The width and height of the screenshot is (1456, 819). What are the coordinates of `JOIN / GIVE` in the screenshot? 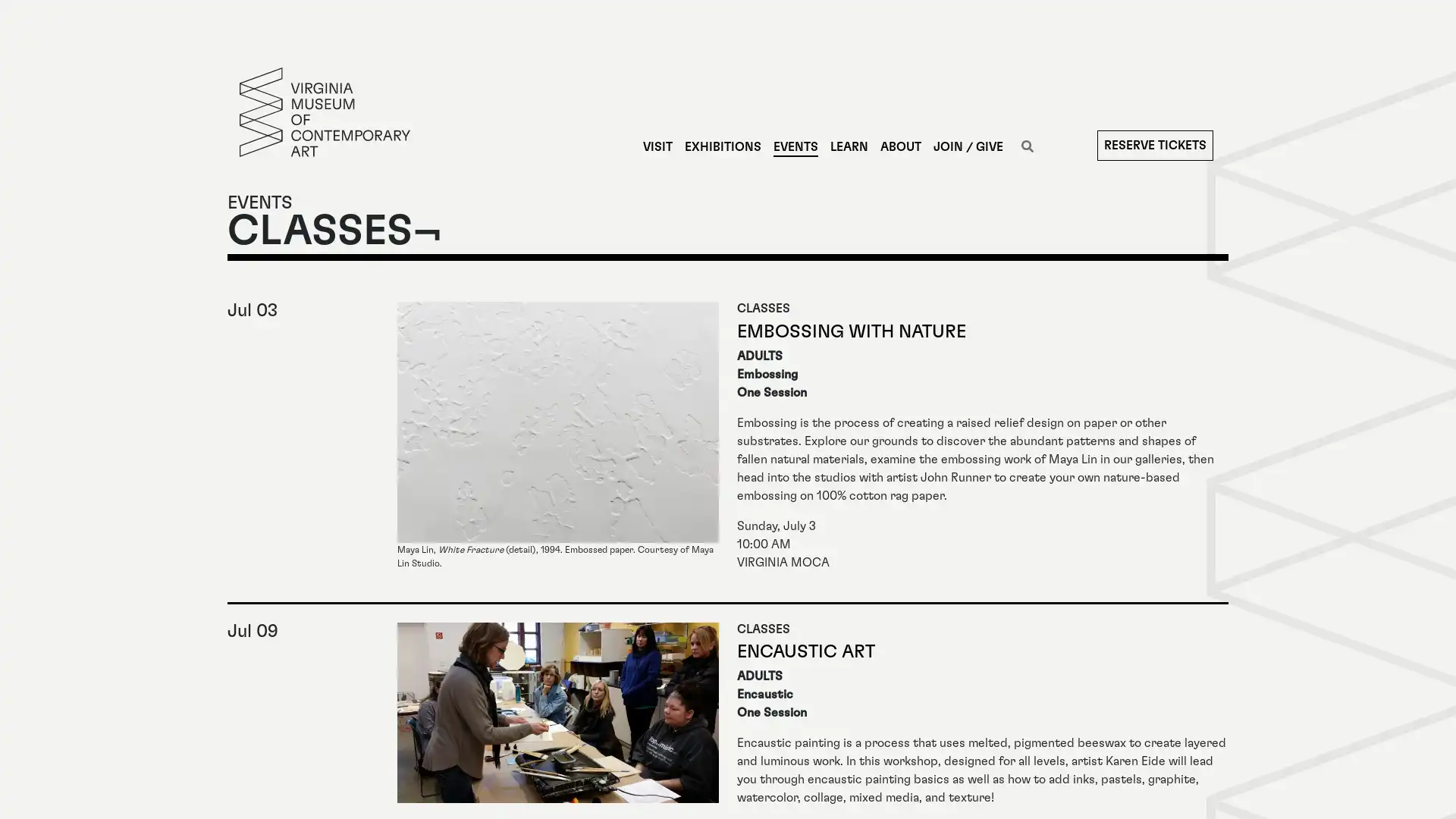 It's located at (967, 146).